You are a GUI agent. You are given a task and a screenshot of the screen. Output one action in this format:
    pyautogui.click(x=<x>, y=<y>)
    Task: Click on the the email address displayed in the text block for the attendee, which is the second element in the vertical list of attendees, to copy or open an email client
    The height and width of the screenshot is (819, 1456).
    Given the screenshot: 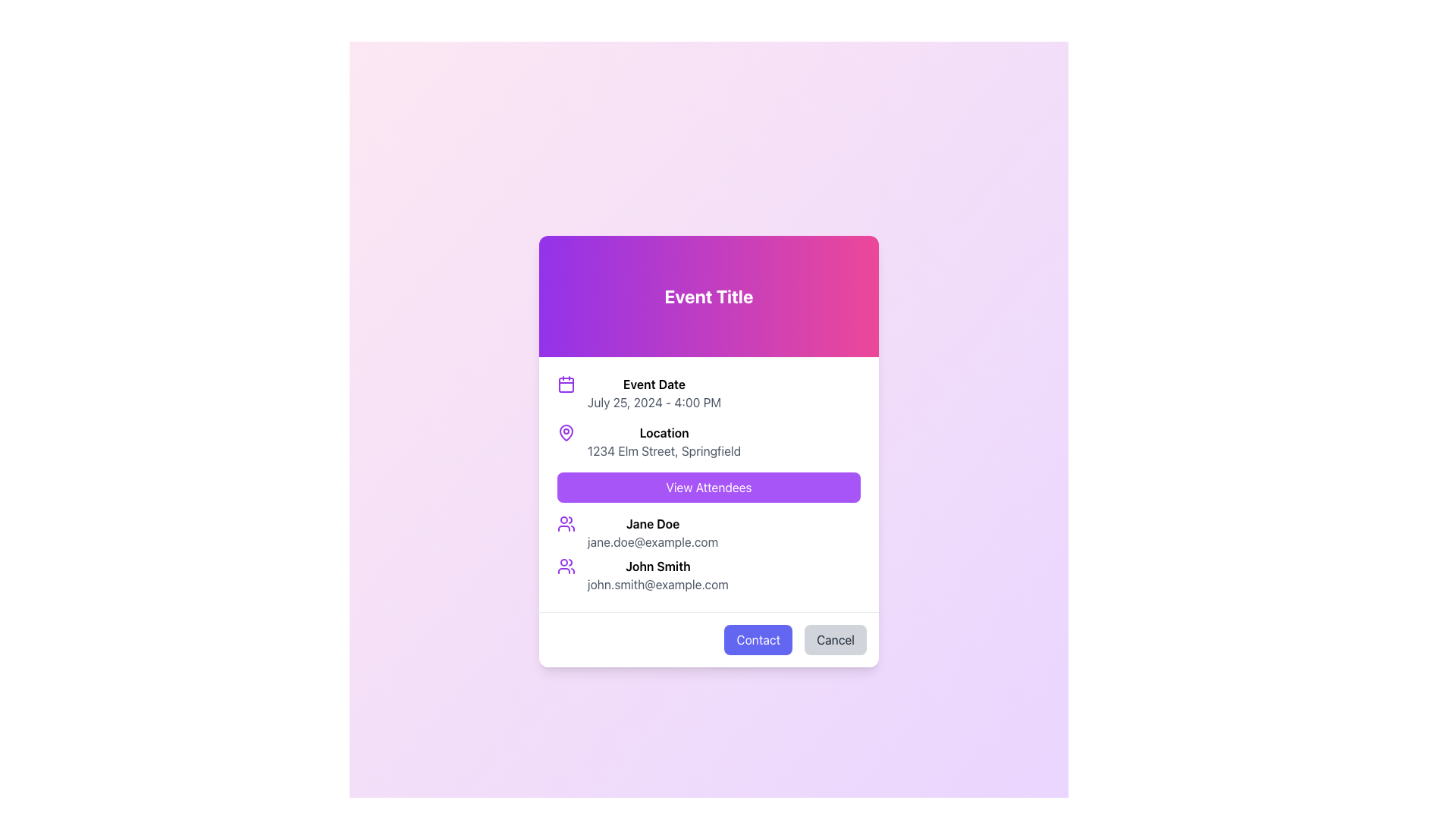 What is the action you would take?
    pyautogui.click(x=658, y=575)
    